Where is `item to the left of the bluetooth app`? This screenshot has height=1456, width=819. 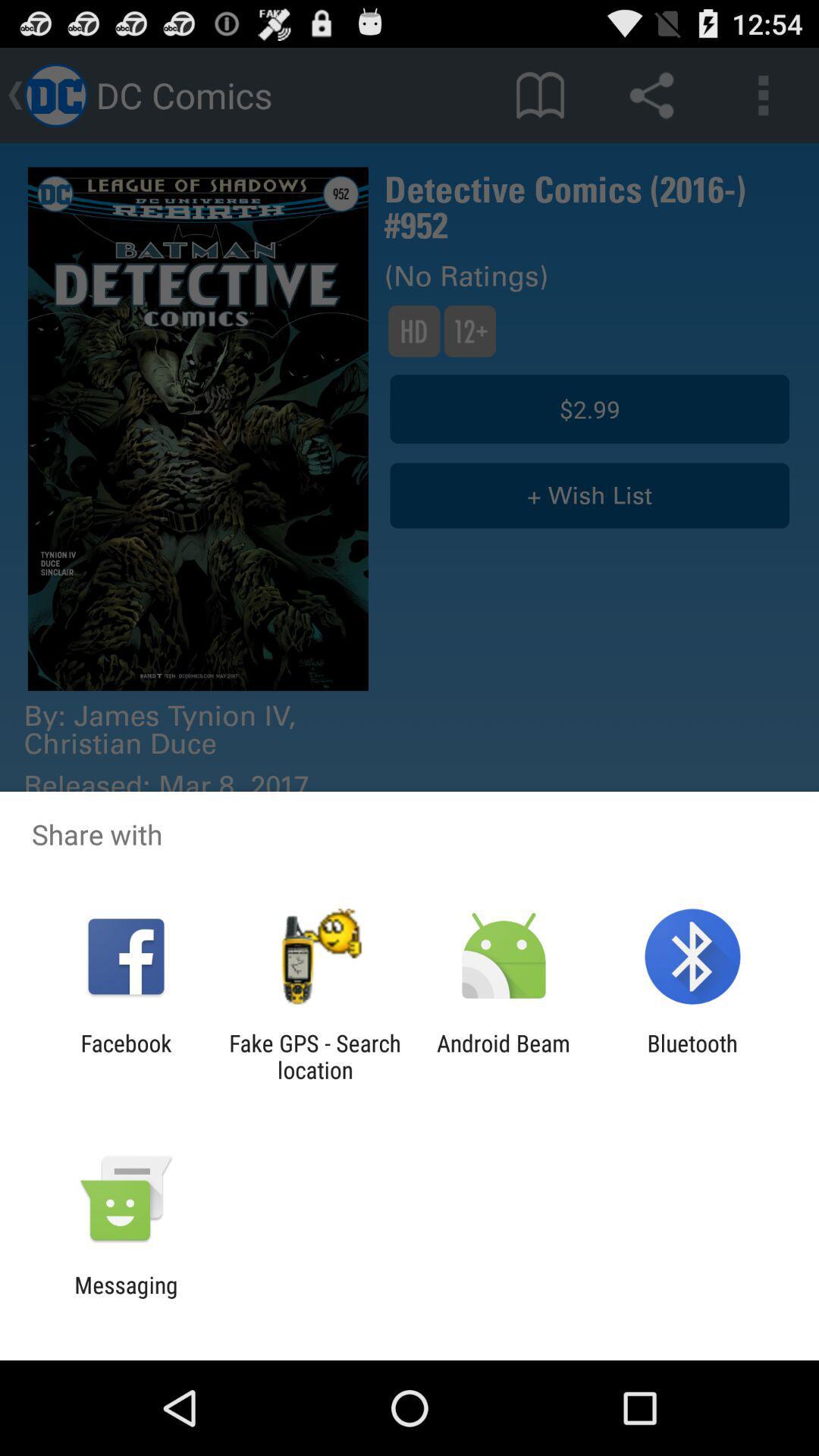
item to the left of the bluetooth app is located at coordinates (504, 1056).